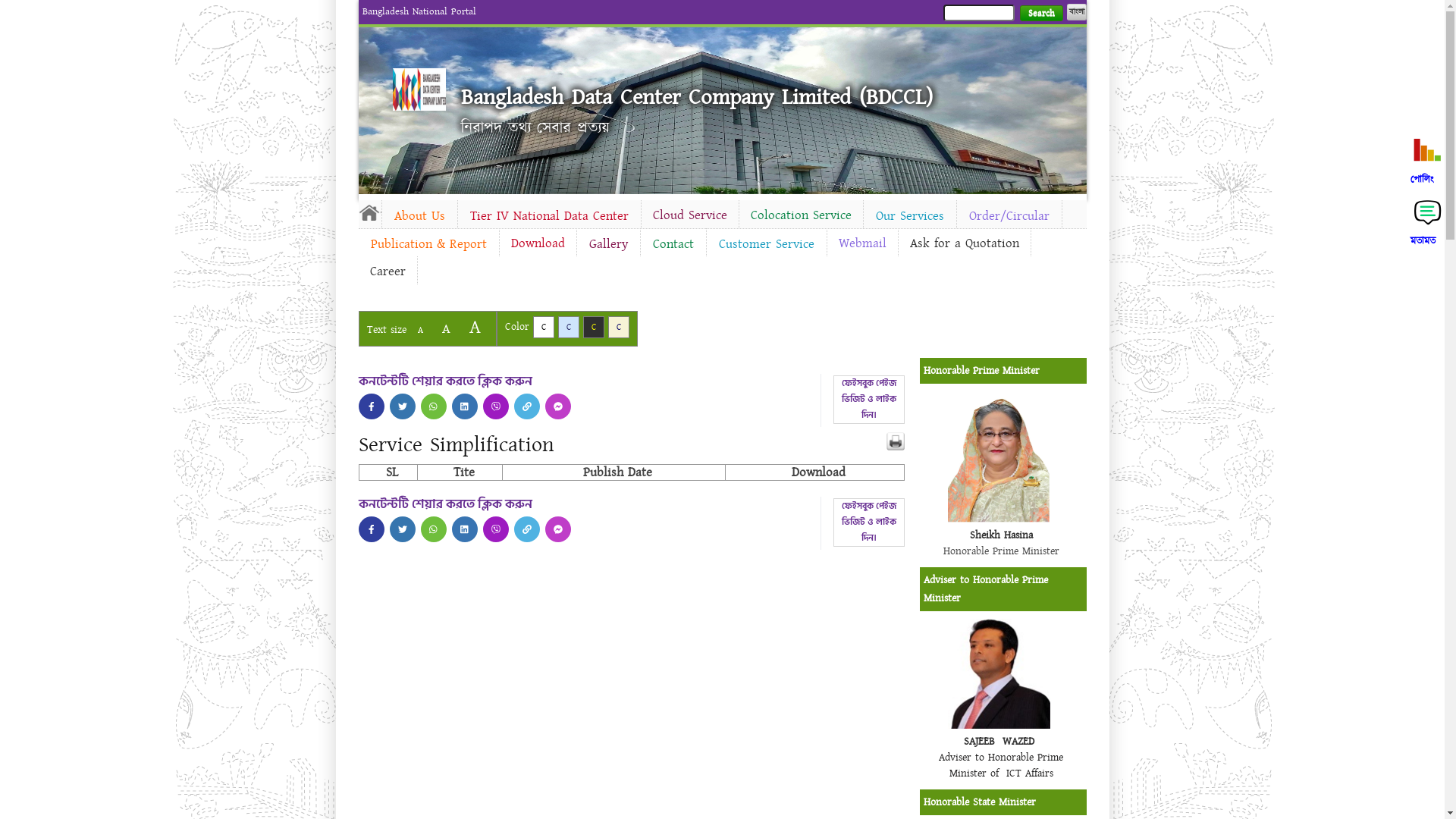 Image resolution: width=1456 pixels, height=819 pixels. What do you see at coordinates (592, 326) in the screenshot?
I see `'C'` at bounding box center [592, 326].